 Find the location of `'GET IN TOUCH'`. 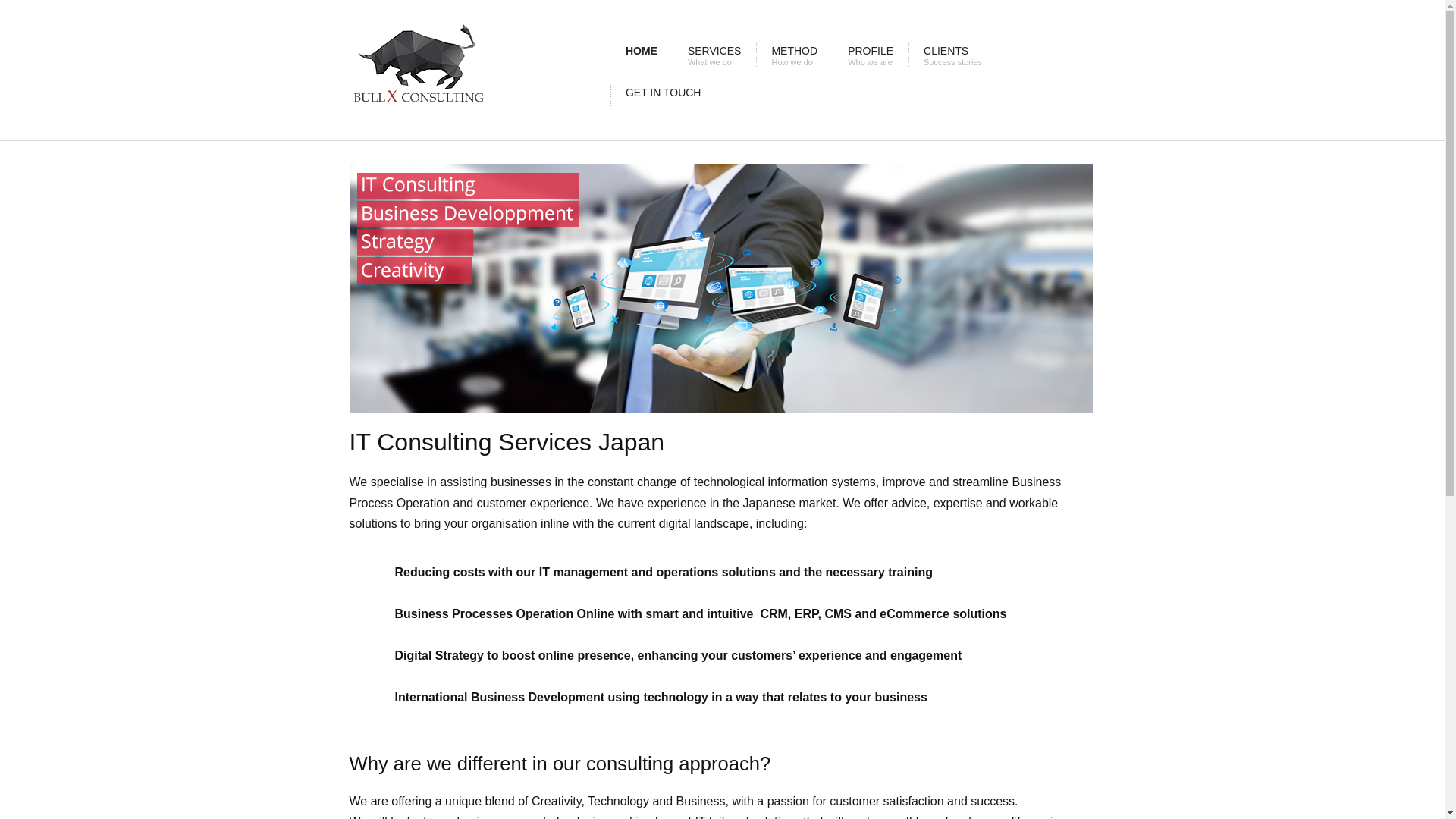

'GET IN TOUCH' is located at coordinates (663, 96).